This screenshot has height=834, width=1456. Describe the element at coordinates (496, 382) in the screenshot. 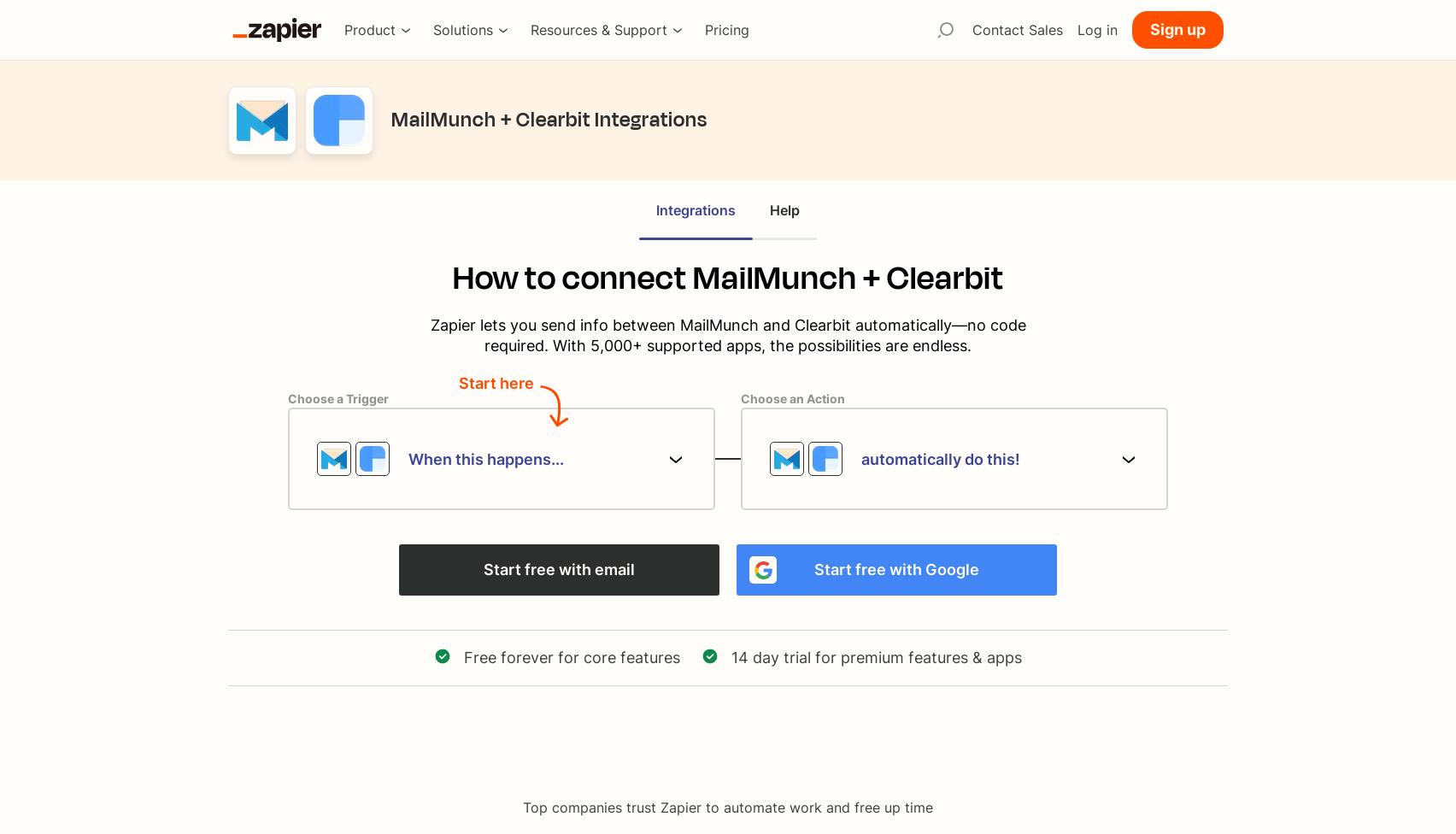

I see `'Start here'` at that location.